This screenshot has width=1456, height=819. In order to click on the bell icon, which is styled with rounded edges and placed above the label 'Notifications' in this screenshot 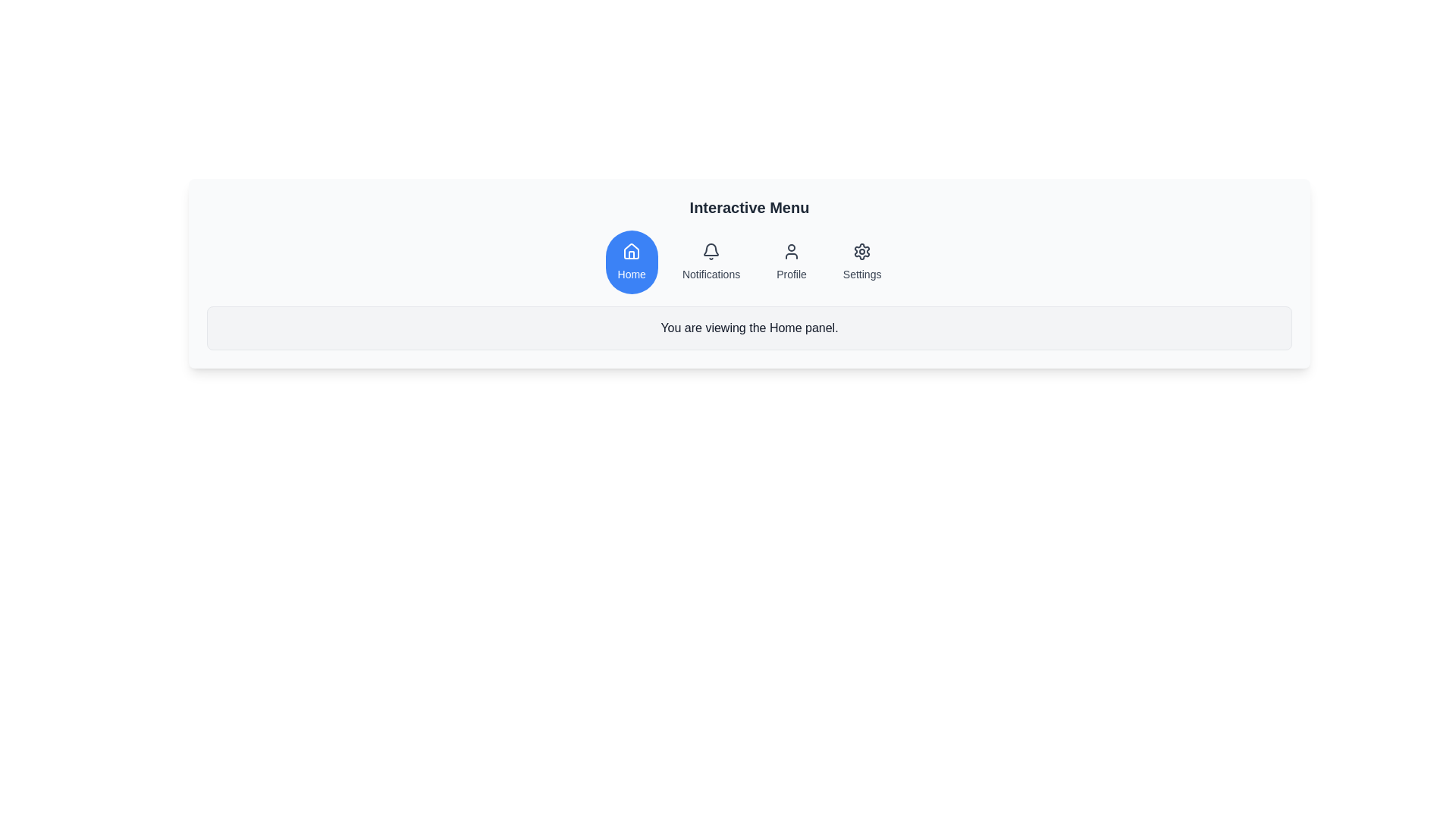, I will do `click(710, 250)`.